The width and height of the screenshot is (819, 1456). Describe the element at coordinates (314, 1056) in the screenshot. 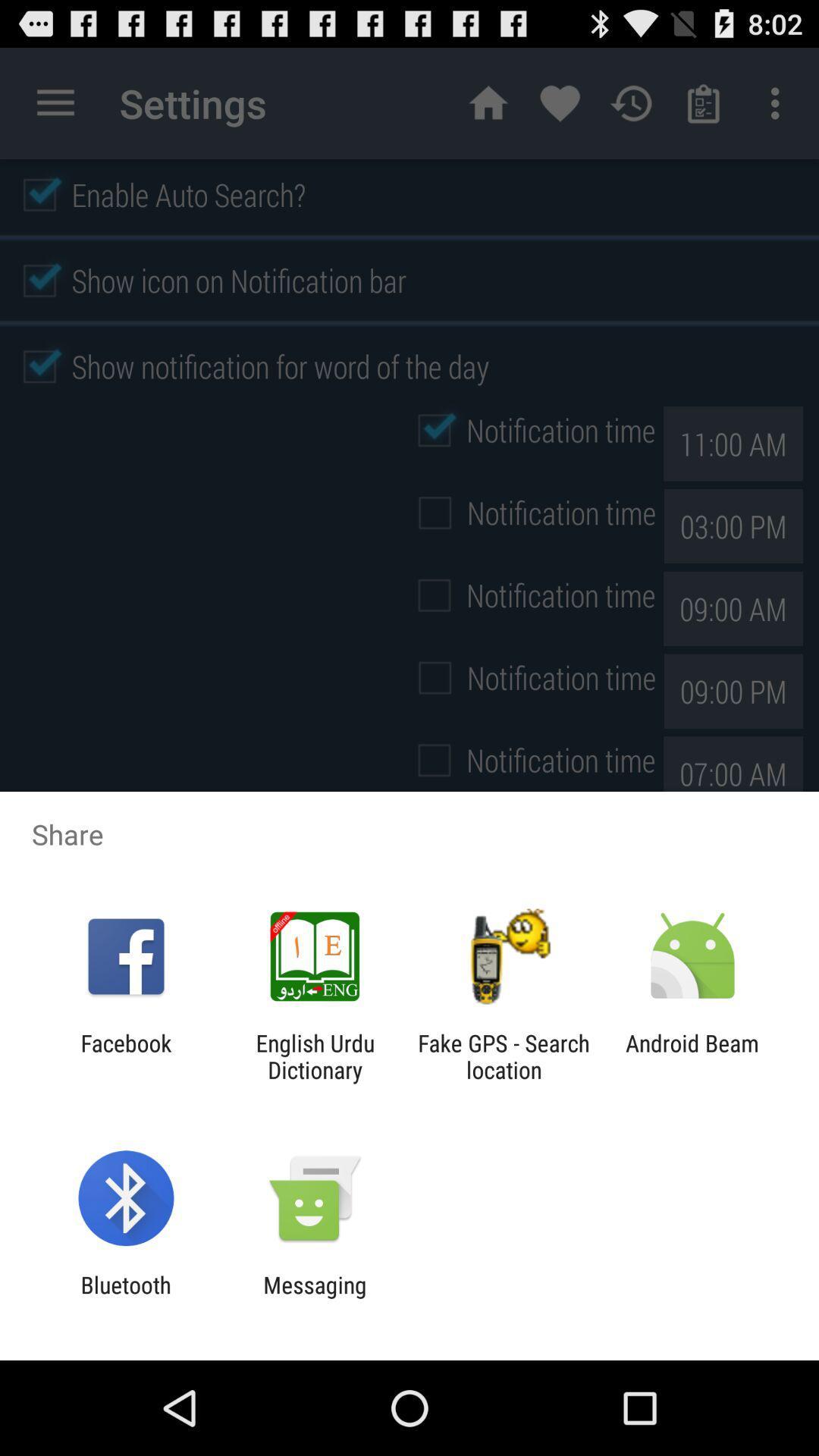

I see `the icon next to fake gps search app` at that location.